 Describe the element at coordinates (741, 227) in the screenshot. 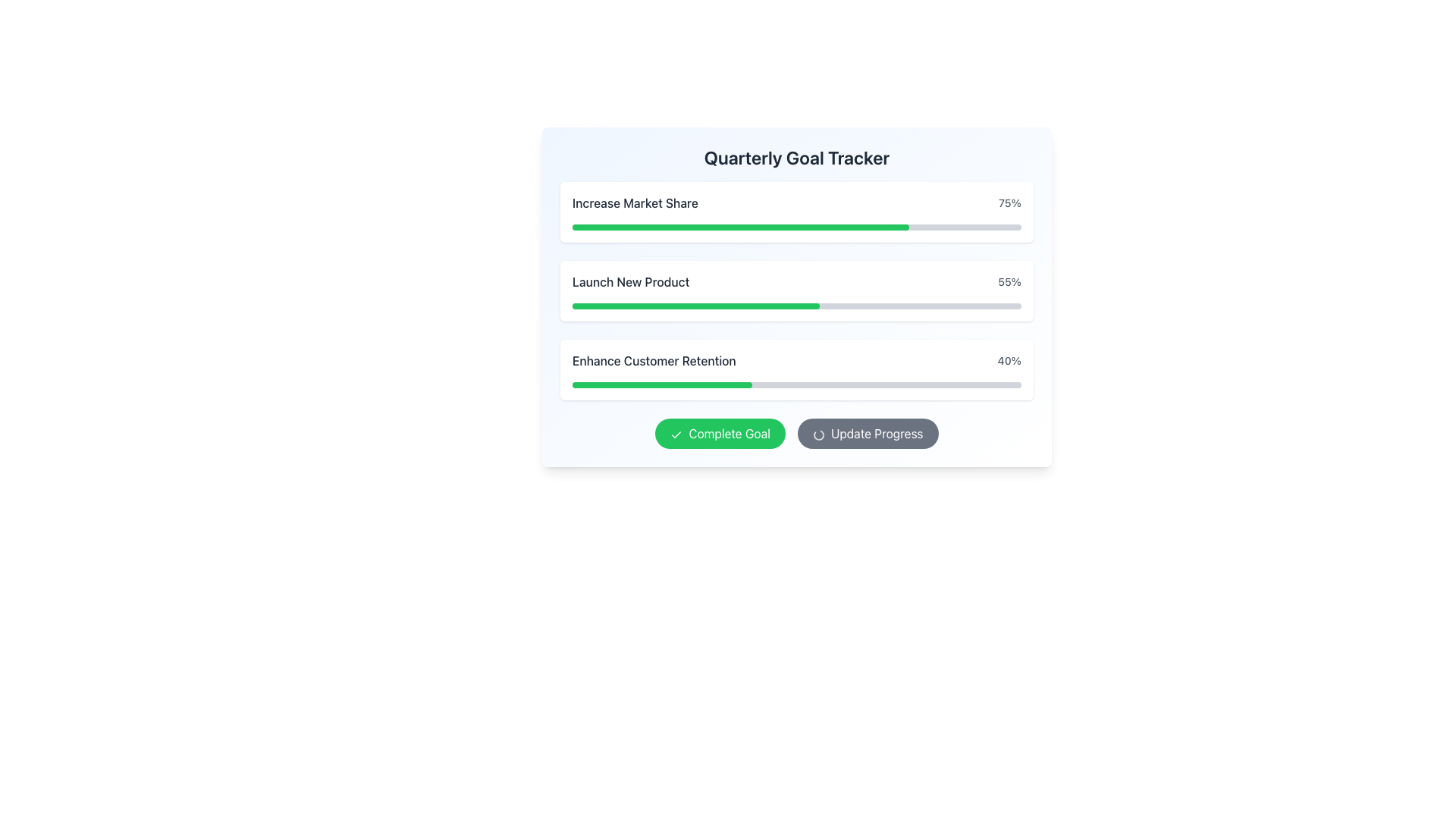

I see `the green progress bar representing 75% completion of the 'Increase Market Share' in the 'Quarterly Goal Tracker' interface` at that location.